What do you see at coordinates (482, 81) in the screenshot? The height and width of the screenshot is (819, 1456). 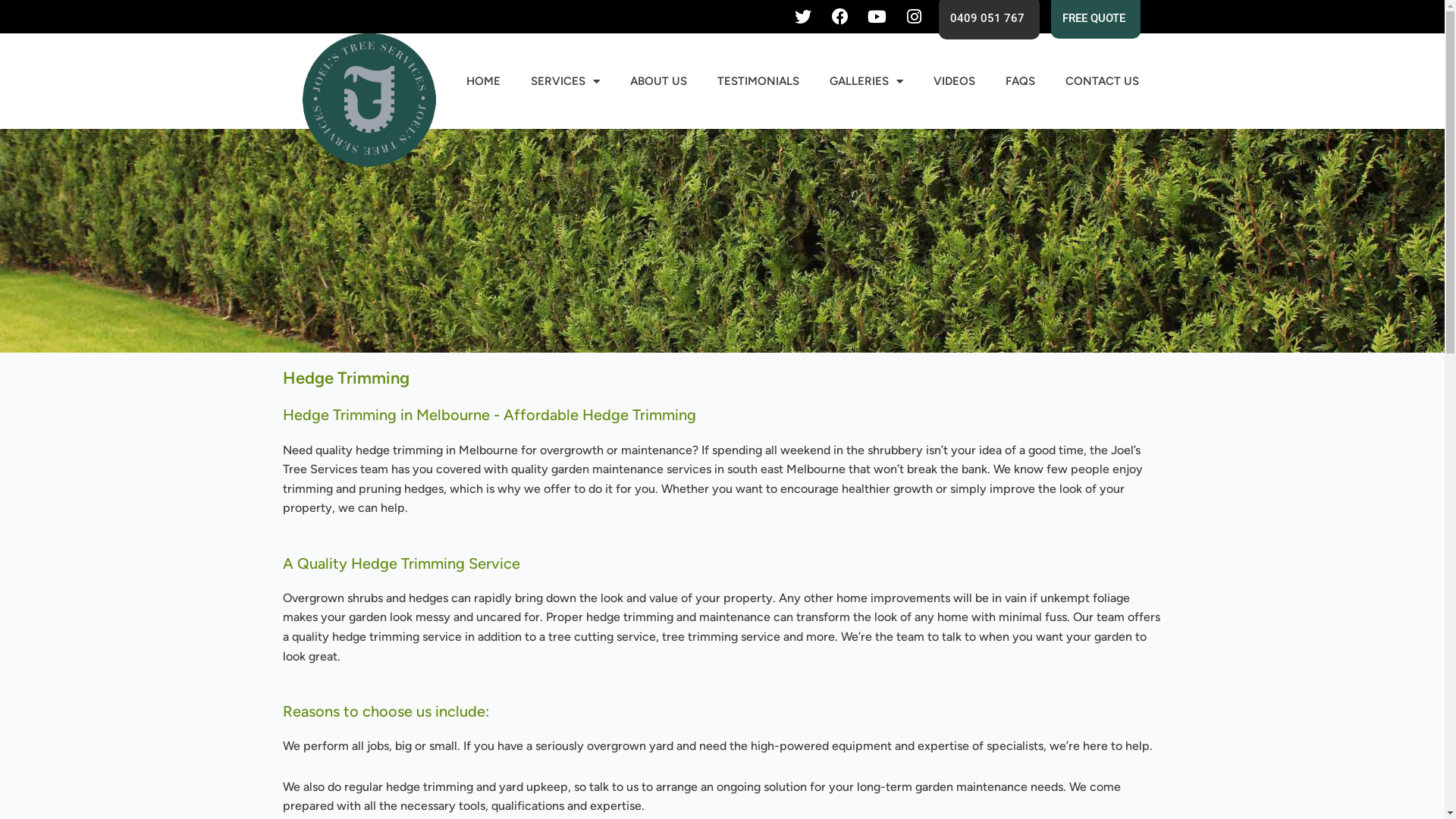 I see `'HOME'` at bounding box center [482, 81].